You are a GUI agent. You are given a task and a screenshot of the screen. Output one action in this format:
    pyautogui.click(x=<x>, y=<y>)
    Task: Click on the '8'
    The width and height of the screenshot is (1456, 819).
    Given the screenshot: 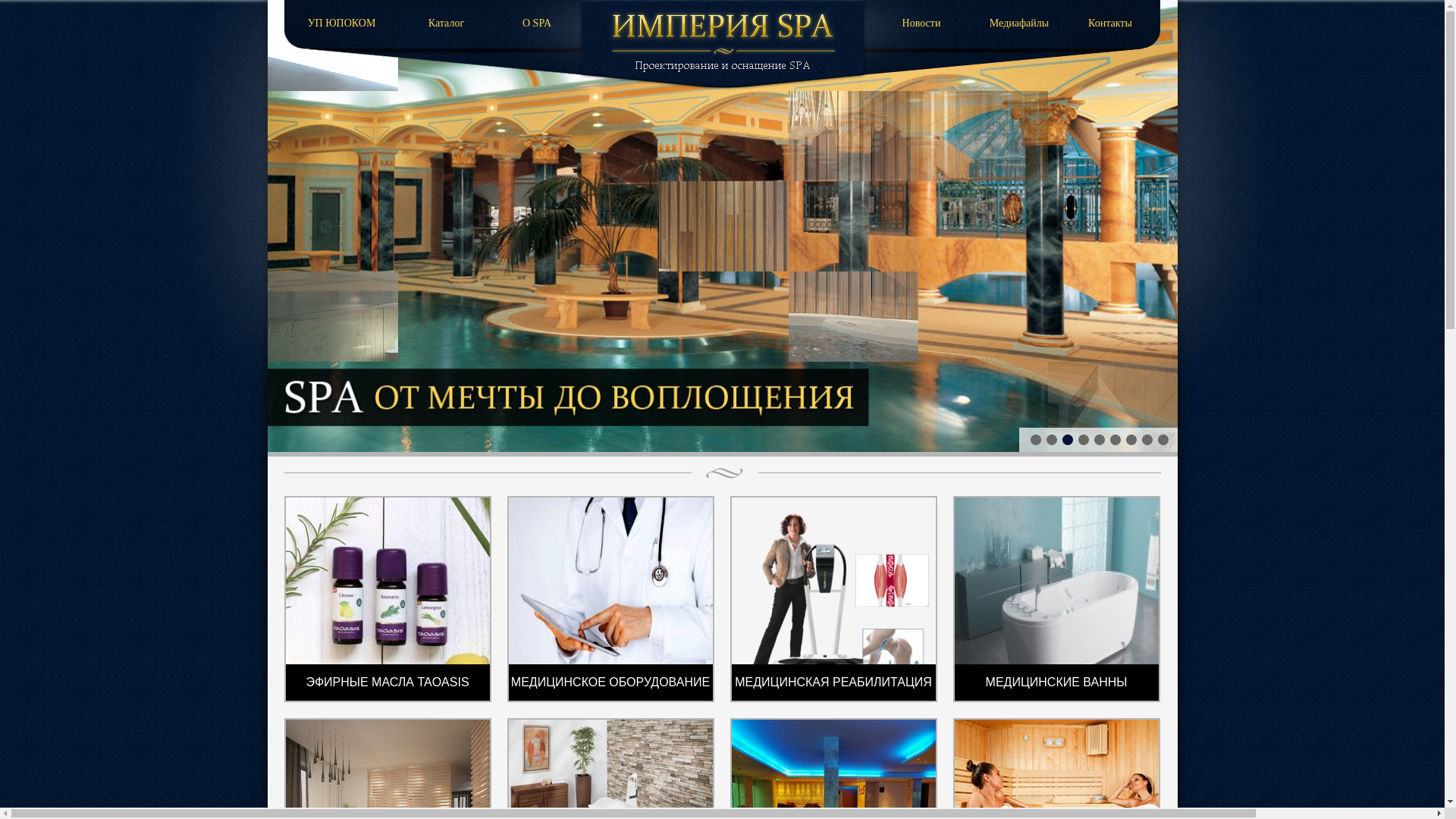 What is the action you would take?
    pyautogui.click(x=1147, y=439)
    